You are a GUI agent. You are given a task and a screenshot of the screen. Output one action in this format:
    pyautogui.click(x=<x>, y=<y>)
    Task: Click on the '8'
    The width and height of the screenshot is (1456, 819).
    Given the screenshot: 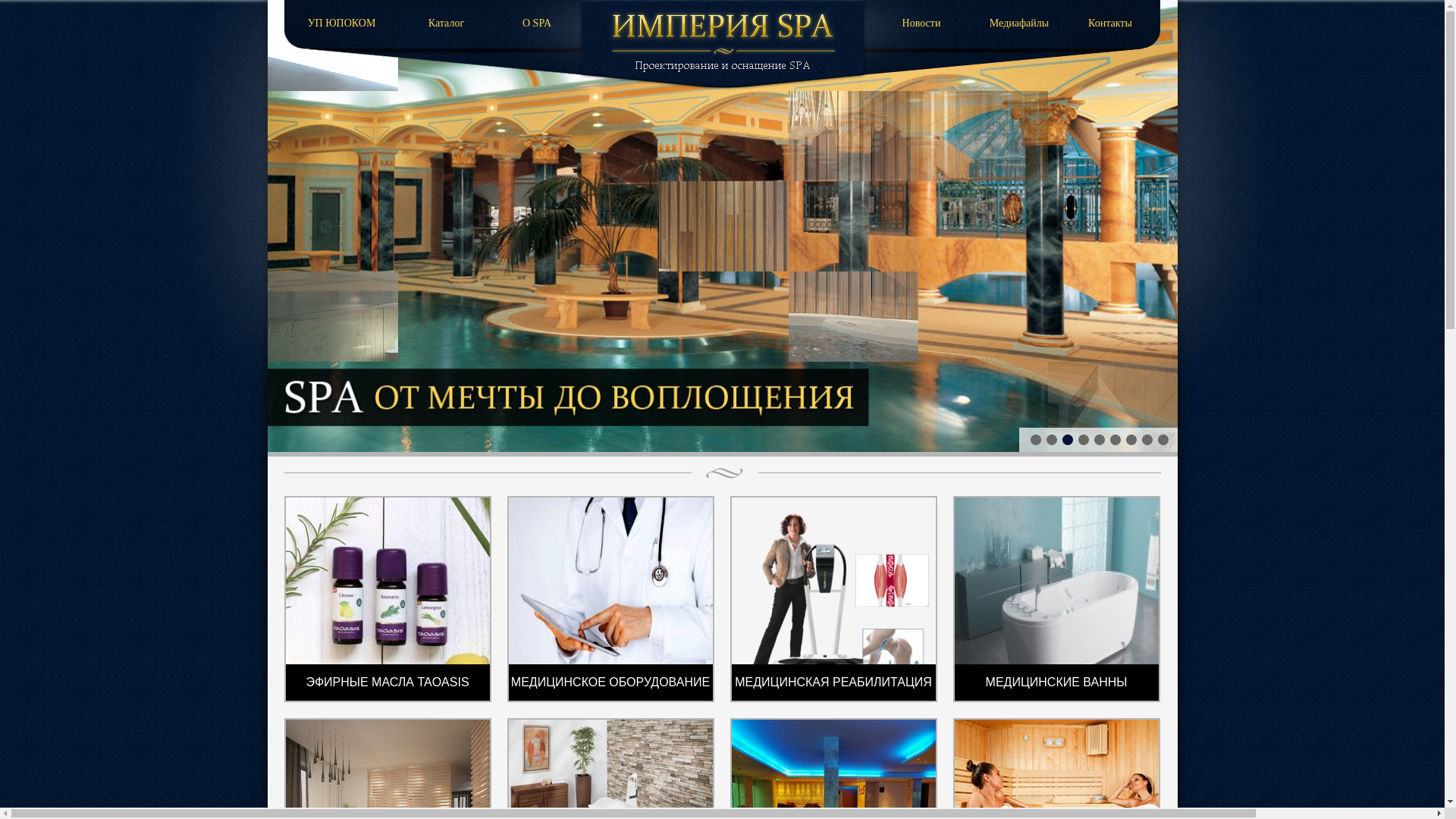 What is the action you would take?
    pyautogui.click(x=1147, y=439)
    